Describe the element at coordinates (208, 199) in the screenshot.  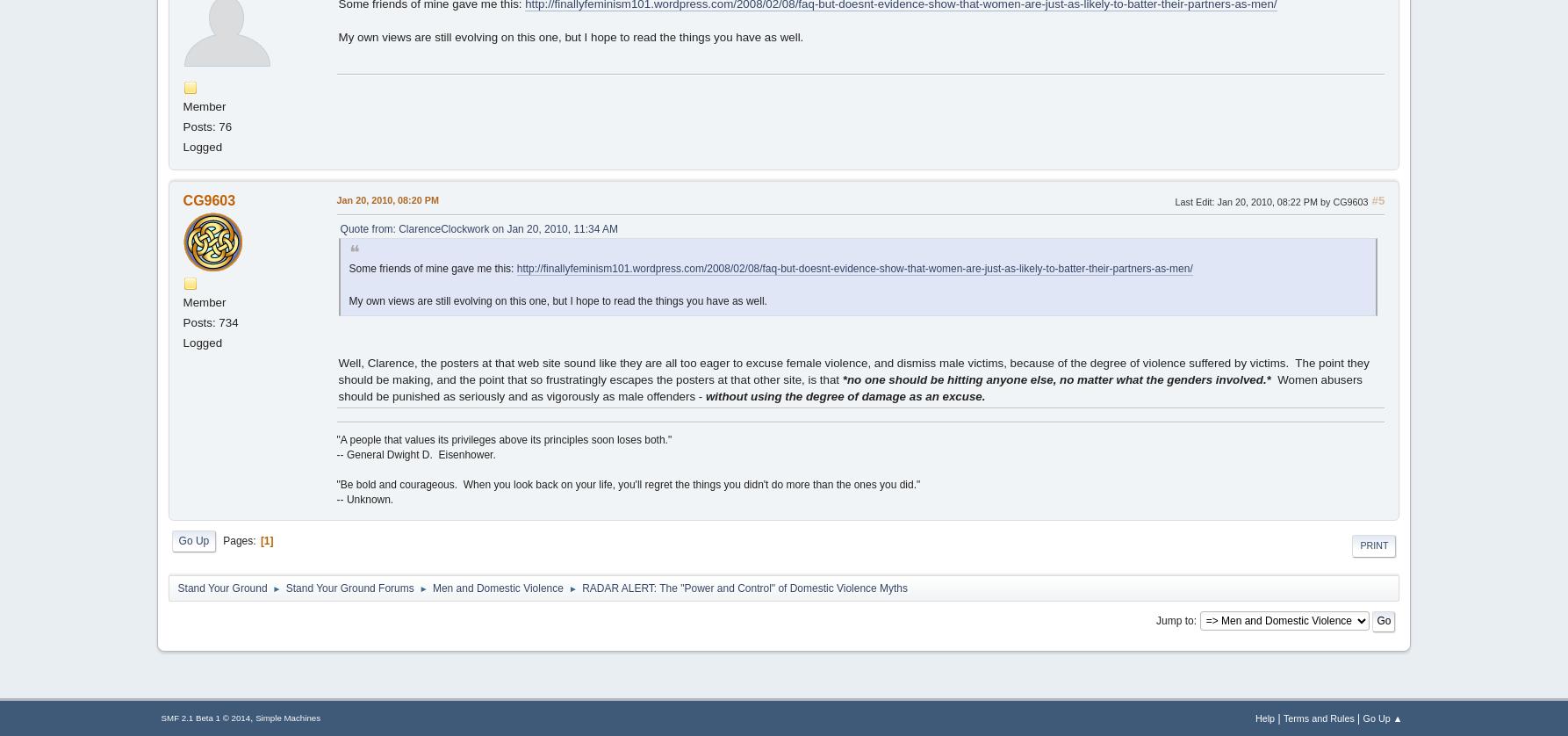
I see `'CG9603'` at that location.